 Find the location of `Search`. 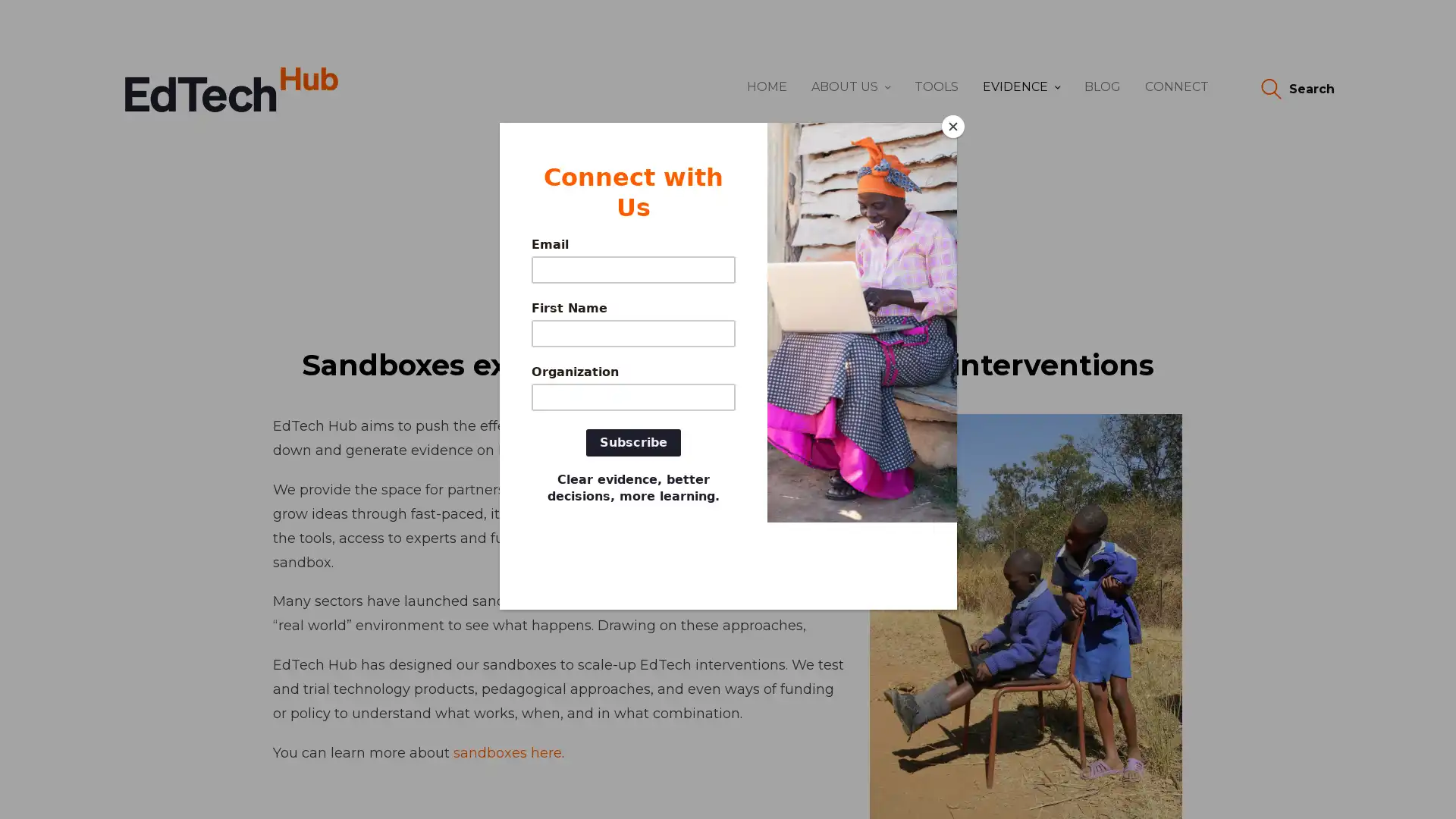

Search is located at coordinates (1296, 89).